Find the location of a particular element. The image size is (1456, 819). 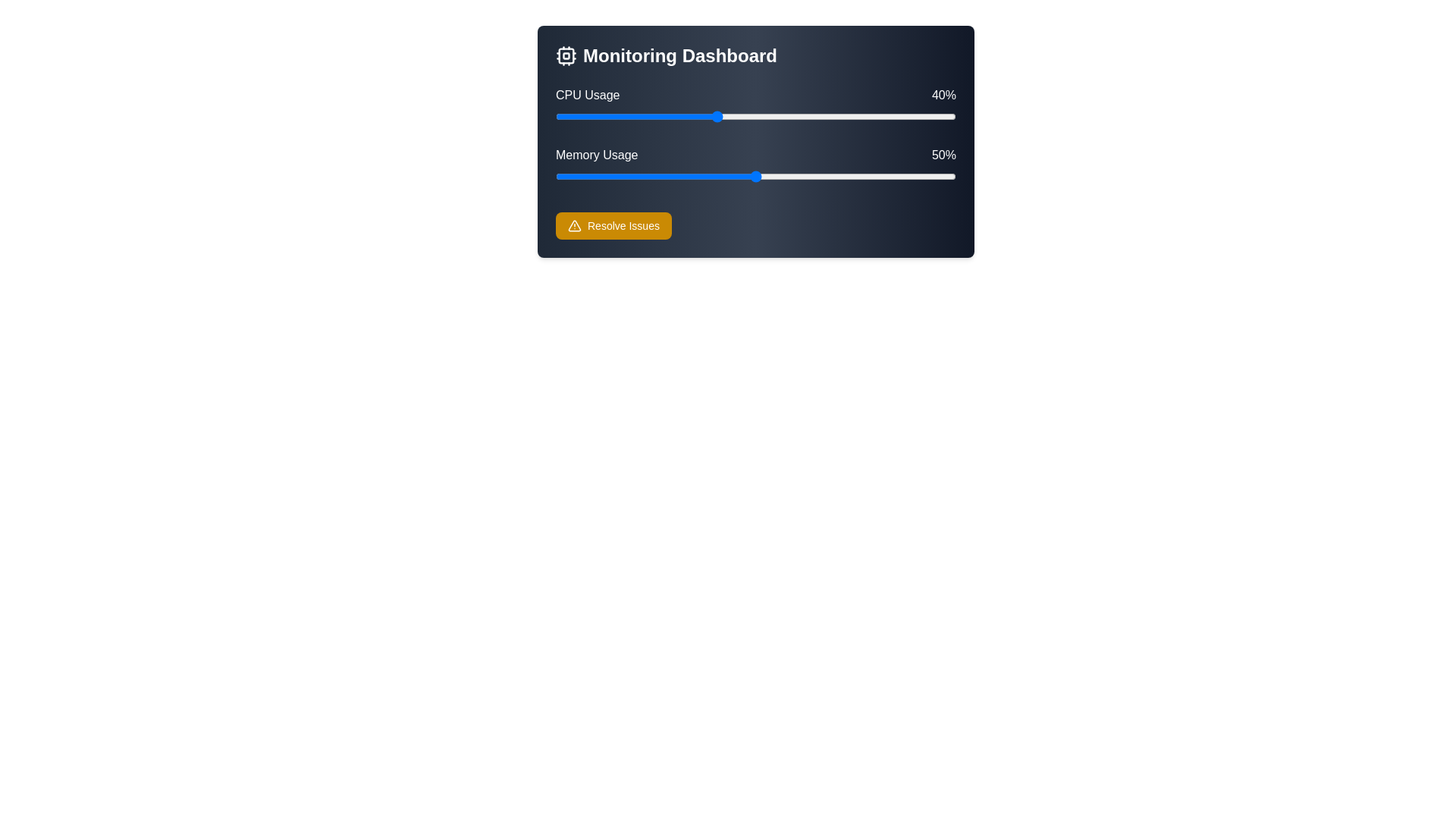

CPU usage is located at coordinates (651, 116).